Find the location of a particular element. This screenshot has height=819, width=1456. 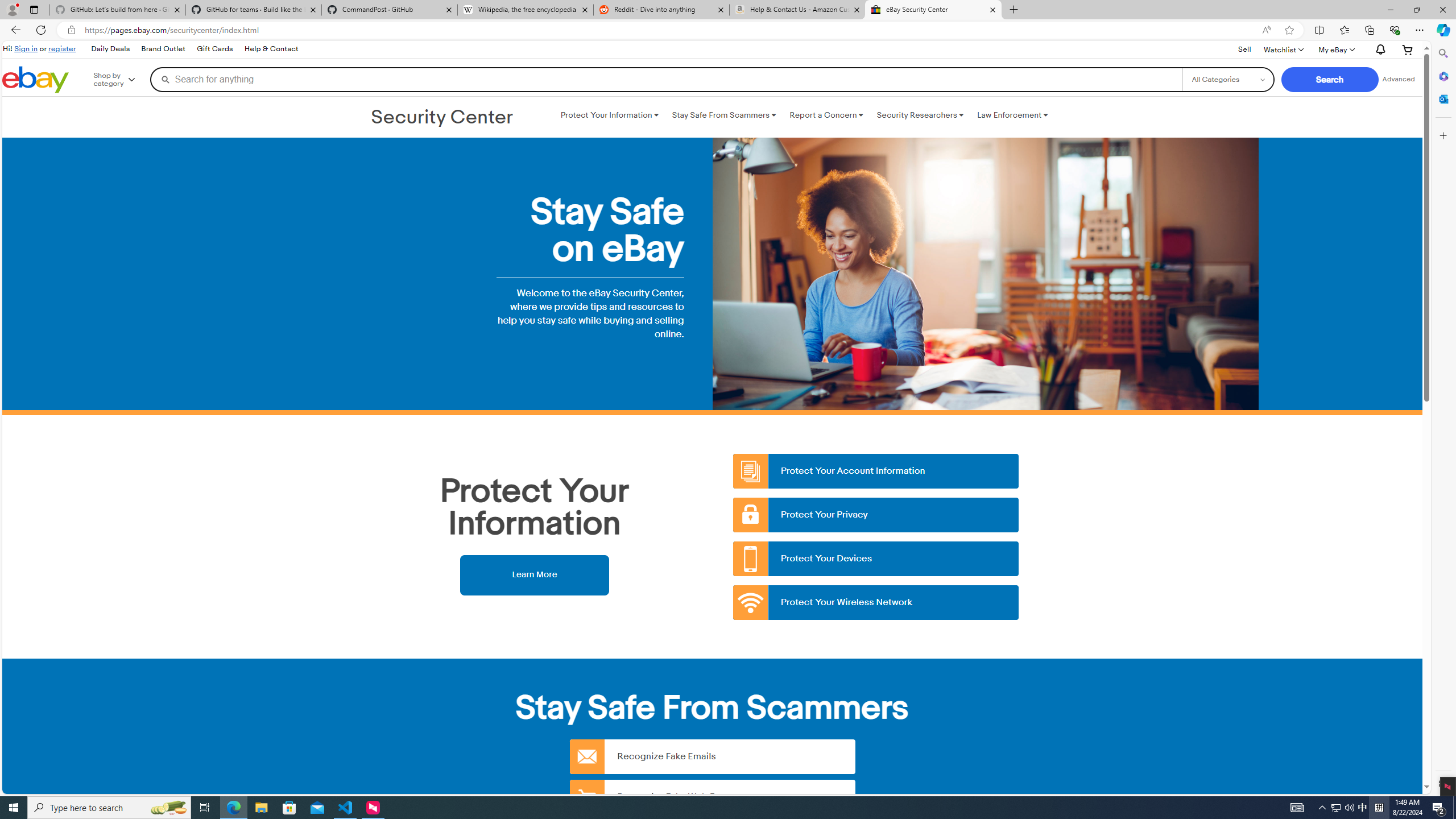

'Side bar' is located at coordinates (1443, 418).